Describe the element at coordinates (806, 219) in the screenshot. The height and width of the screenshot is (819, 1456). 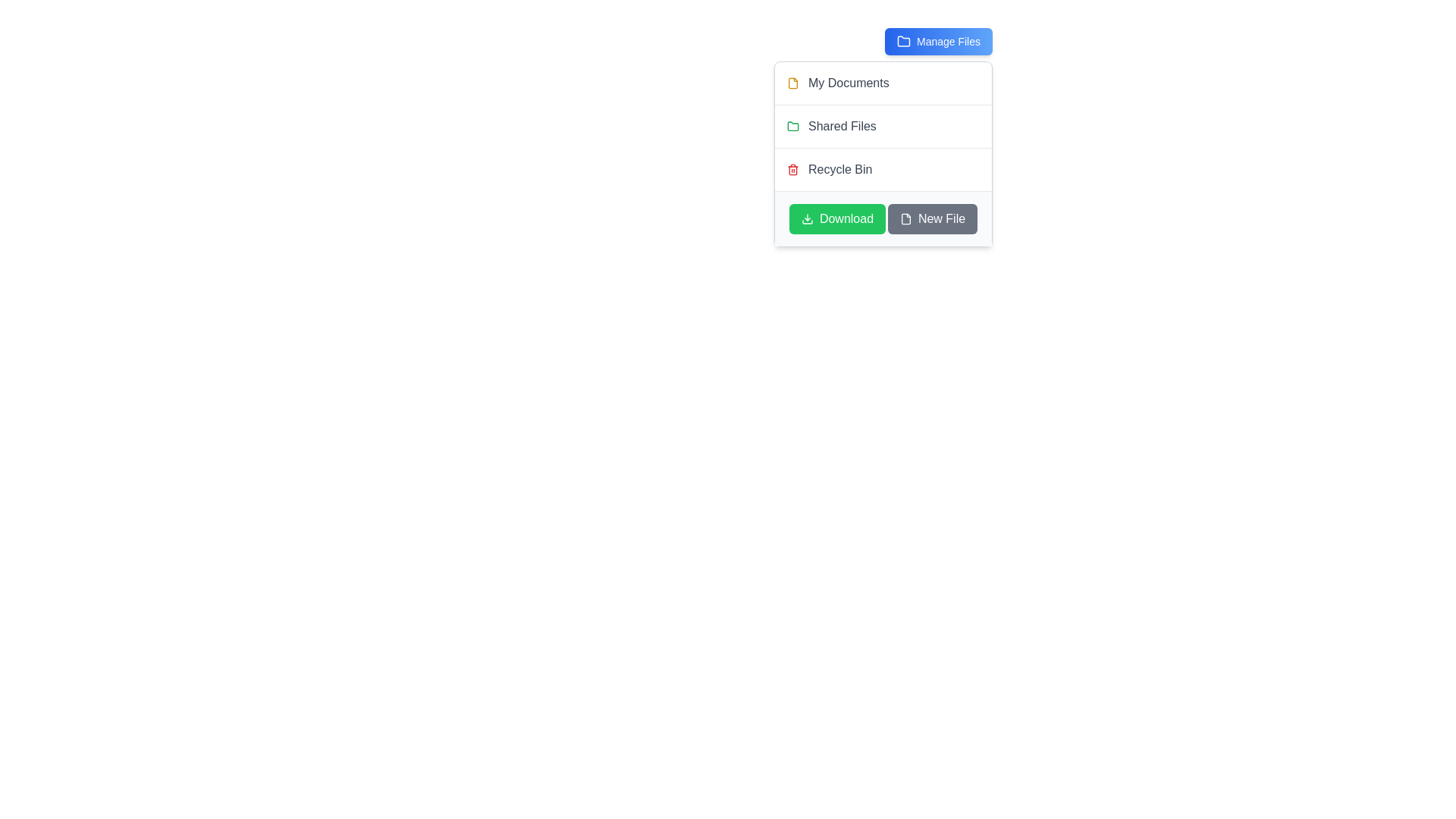
I see `the download icon located on the left side of the green 'Download' button in the lower section of the white rectangular panel` at that location.